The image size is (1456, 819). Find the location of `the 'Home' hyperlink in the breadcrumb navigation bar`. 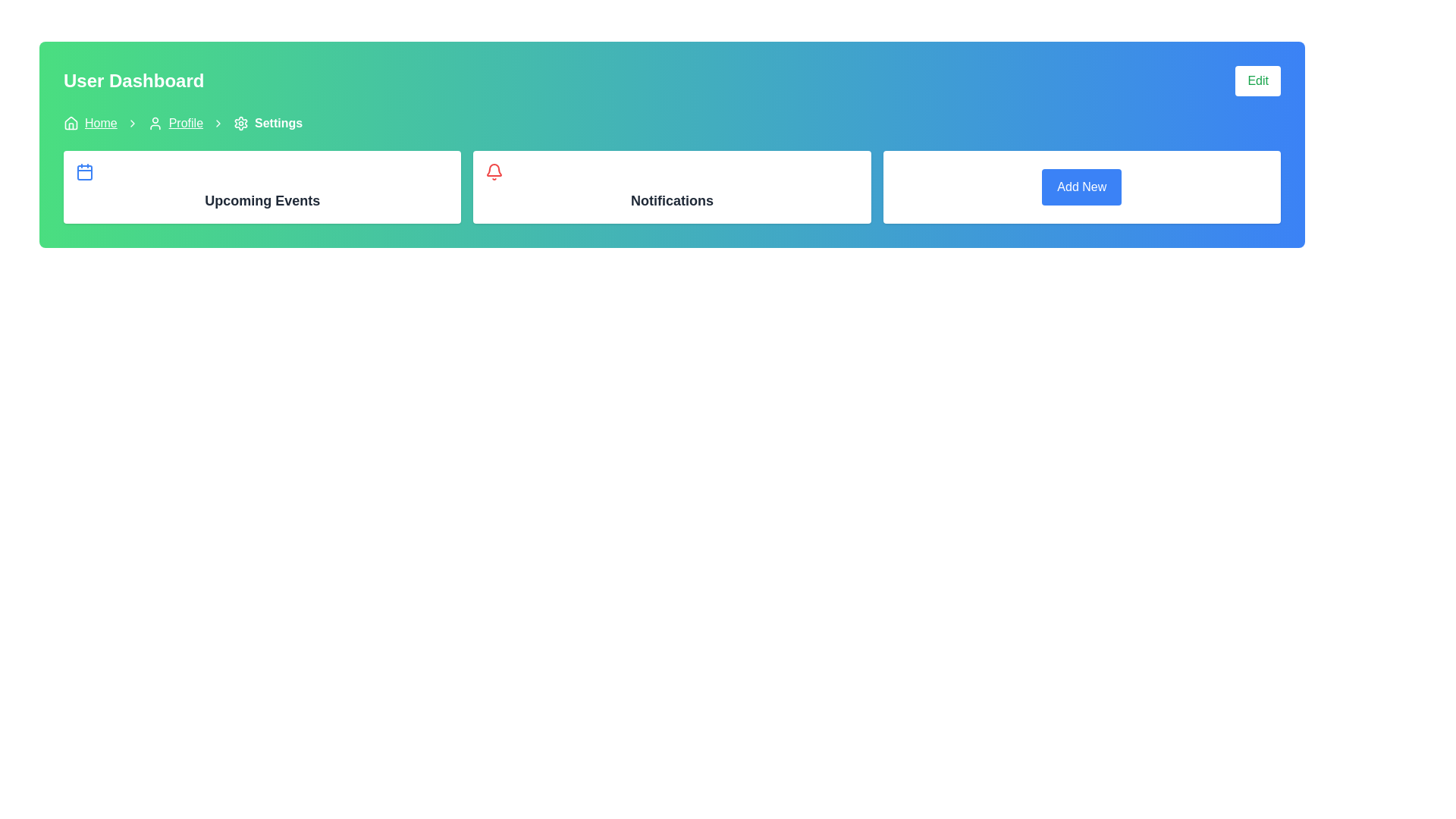

the 'Home' hyperlink in the breadcrumb navigation bar is located at coordinates (100, 122).